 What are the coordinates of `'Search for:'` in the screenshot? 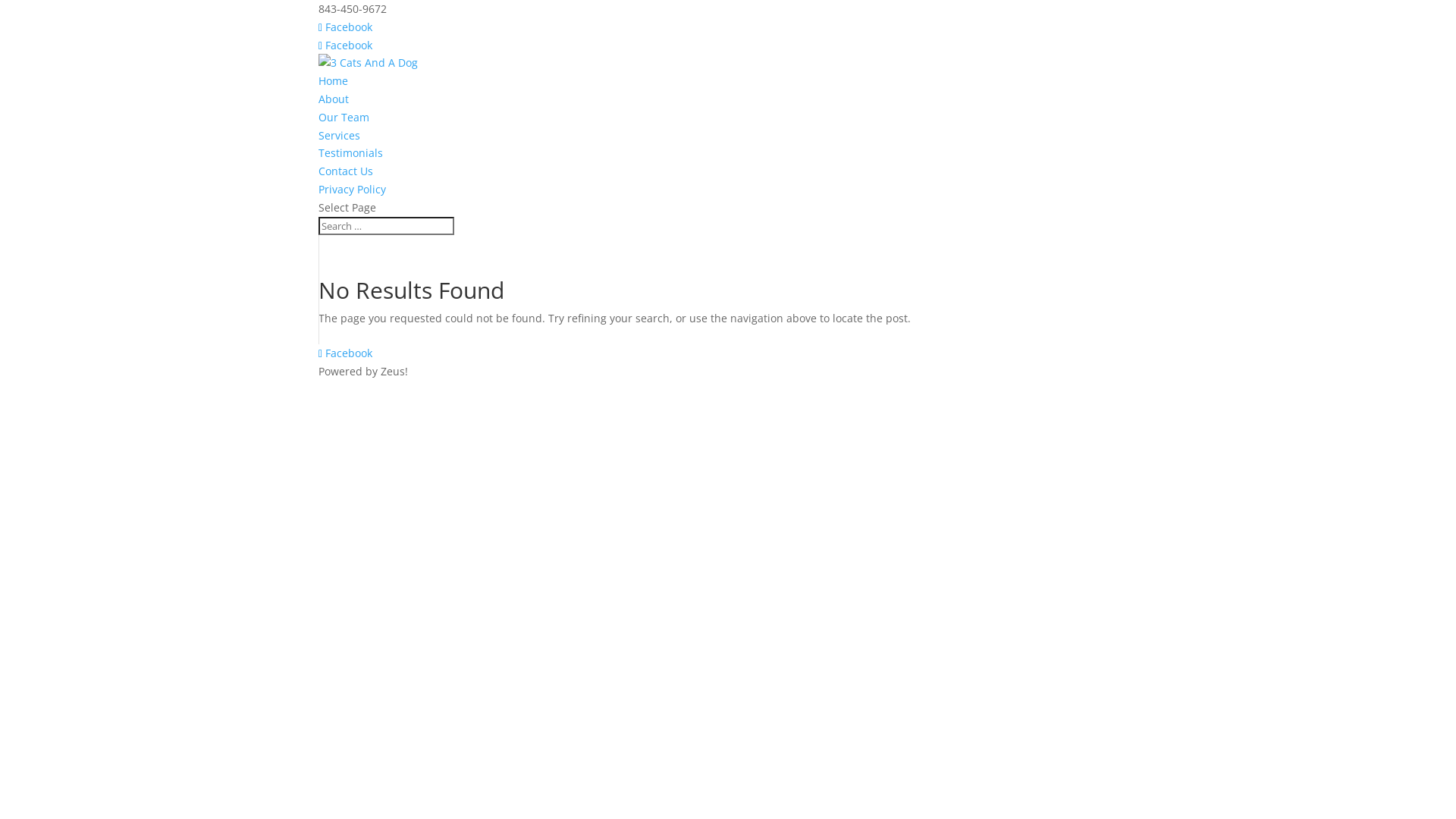 It's located at (386, 225).